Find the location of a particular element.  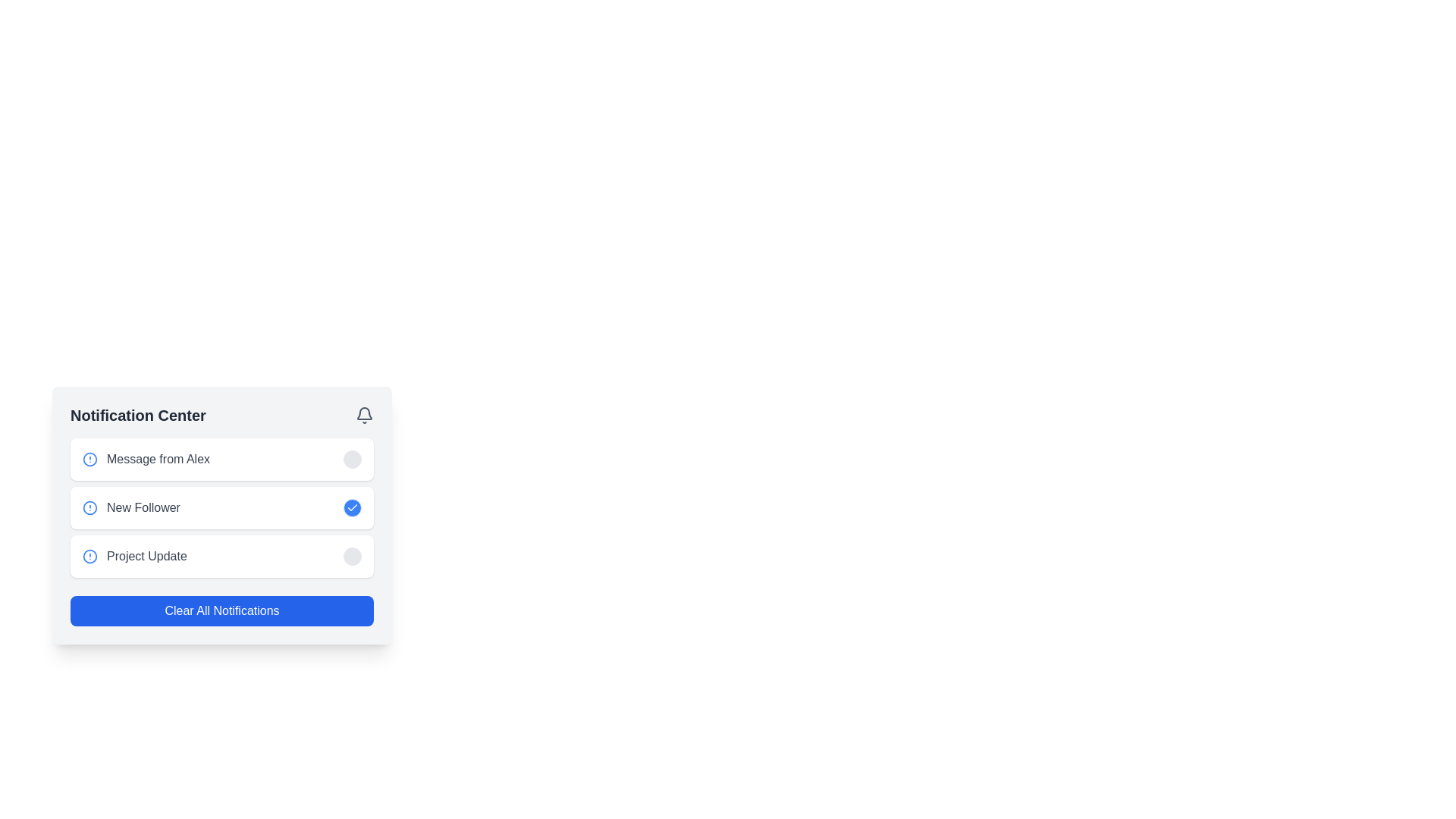

the solid blue circle in the alert icon representing a 'New Follower' notification is located at coordinates (89, 508).